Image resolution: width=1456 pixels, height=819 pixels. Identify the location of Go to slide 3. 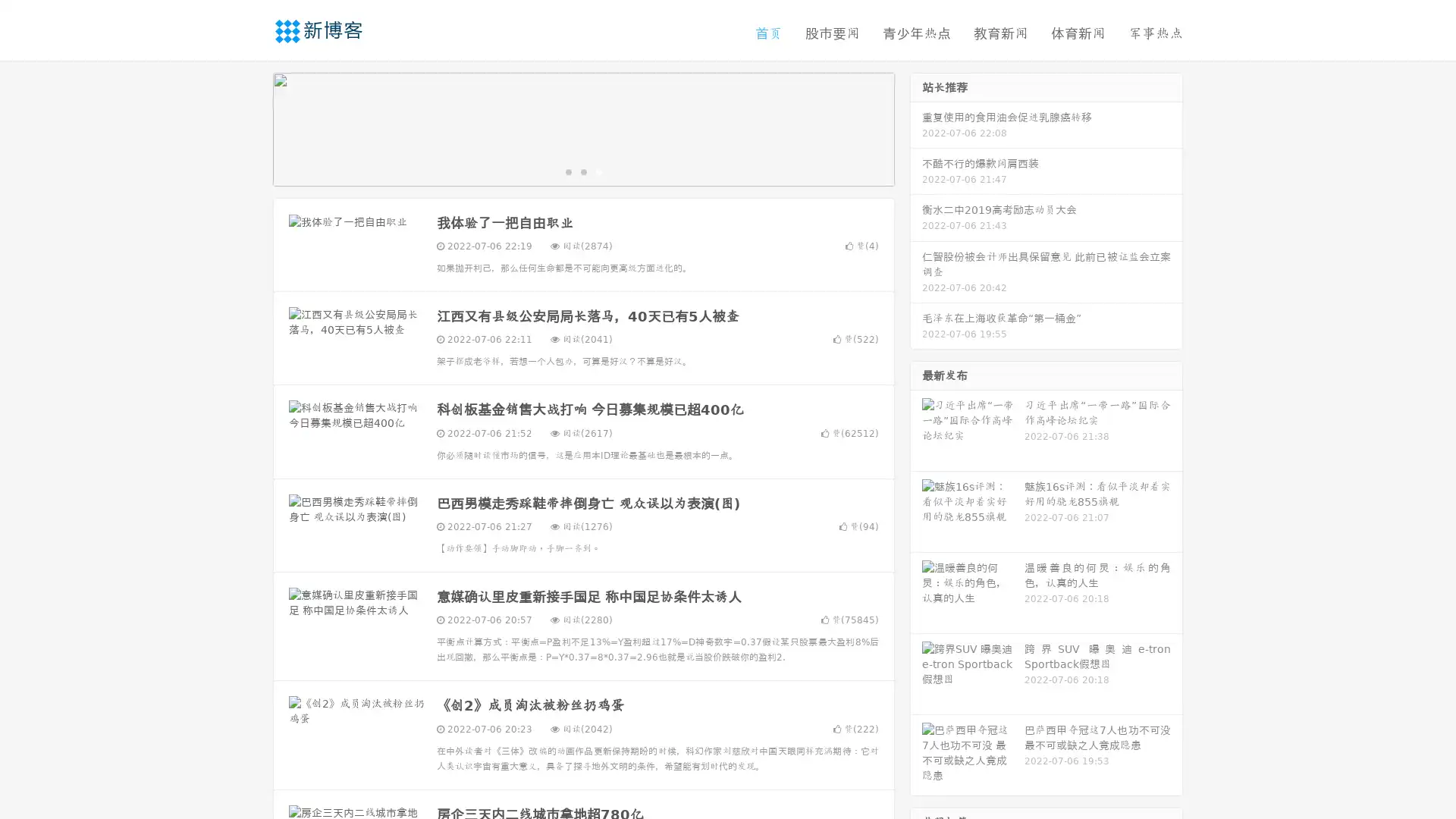
(598, 171).